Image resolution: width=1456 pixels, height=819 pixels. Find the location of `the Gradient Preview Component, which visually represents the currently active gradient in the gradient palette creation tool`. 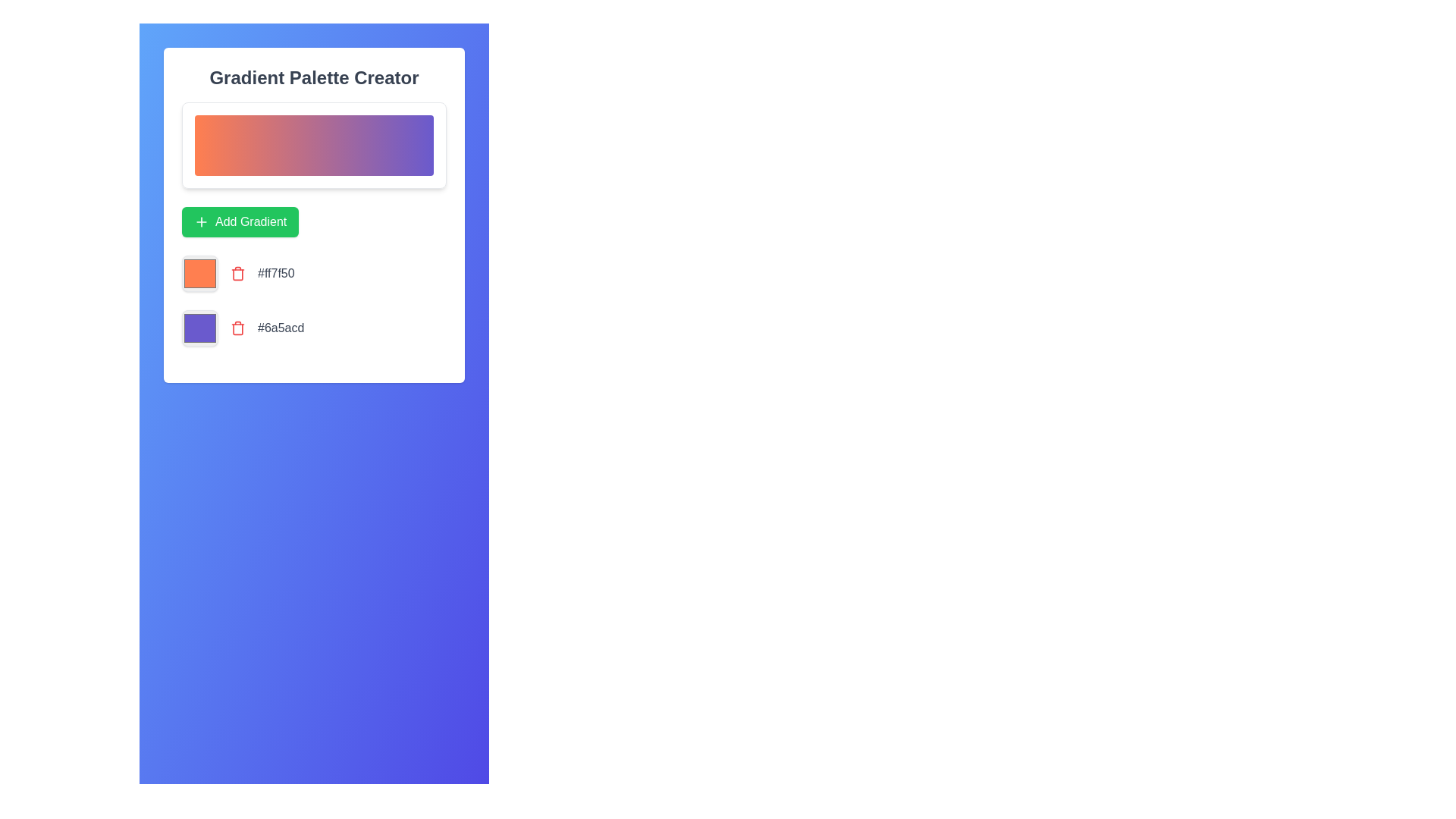

the Gradient Preview Component, which visually represents the currently active gradient in the gradient palette creation tool is located at coordinates (313, 146).